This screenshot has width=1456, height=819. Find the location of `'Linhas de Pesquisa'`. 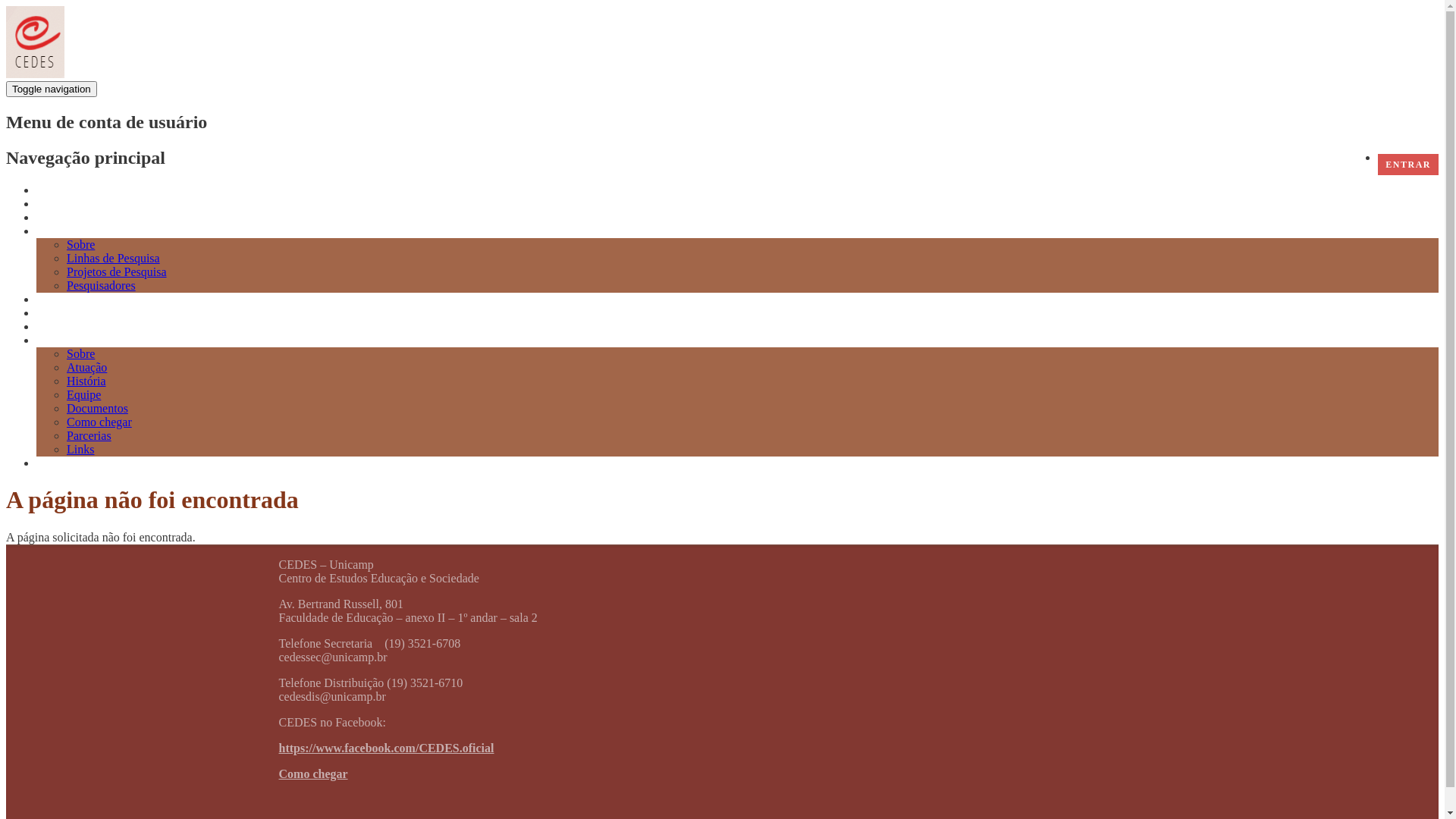

'Linhas de Pesquisa' is located at coordinates (65, 257).